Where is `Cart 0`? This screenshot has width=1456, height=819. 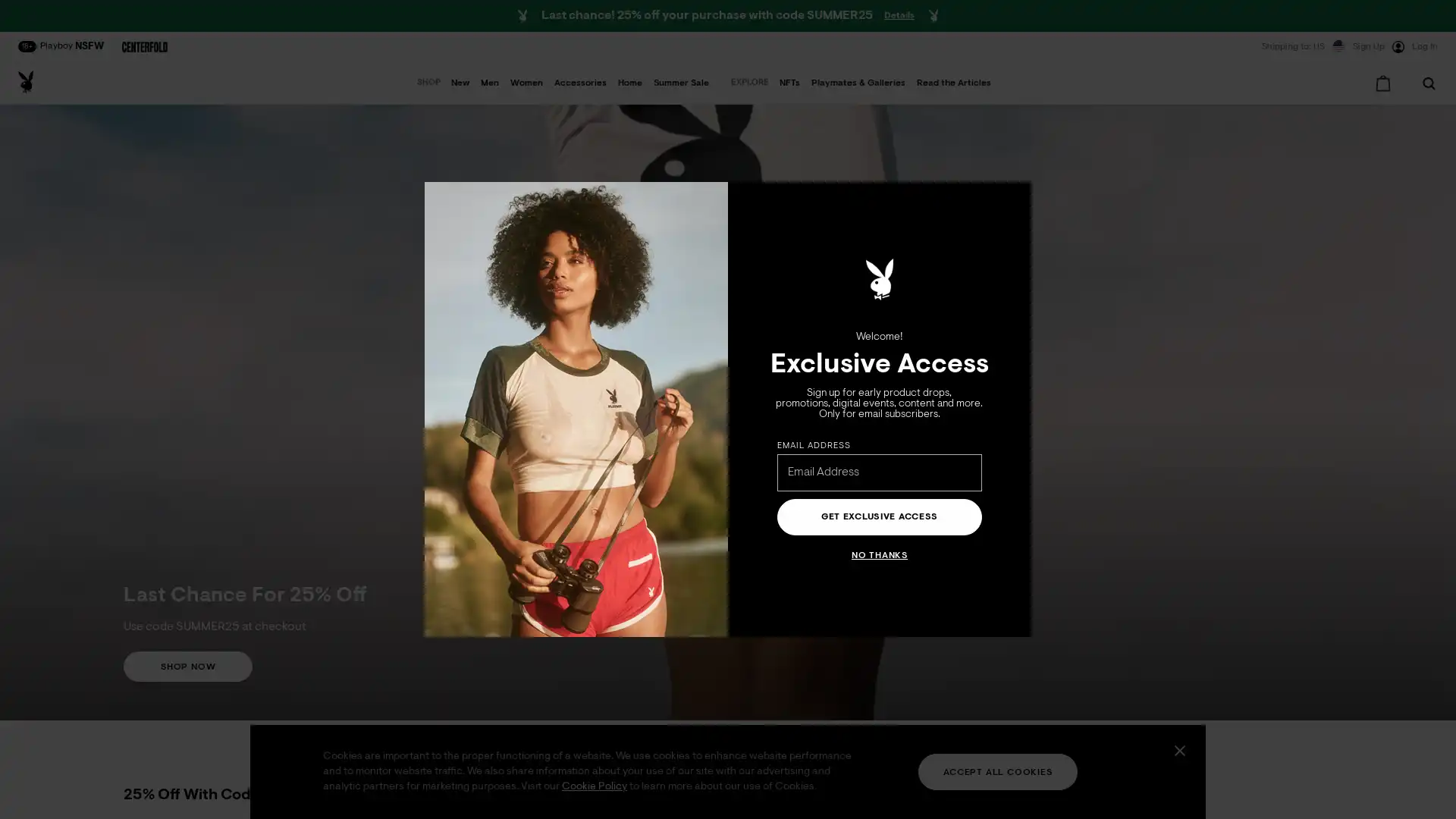 Cart 0 is located at coordinates (1383, 83).